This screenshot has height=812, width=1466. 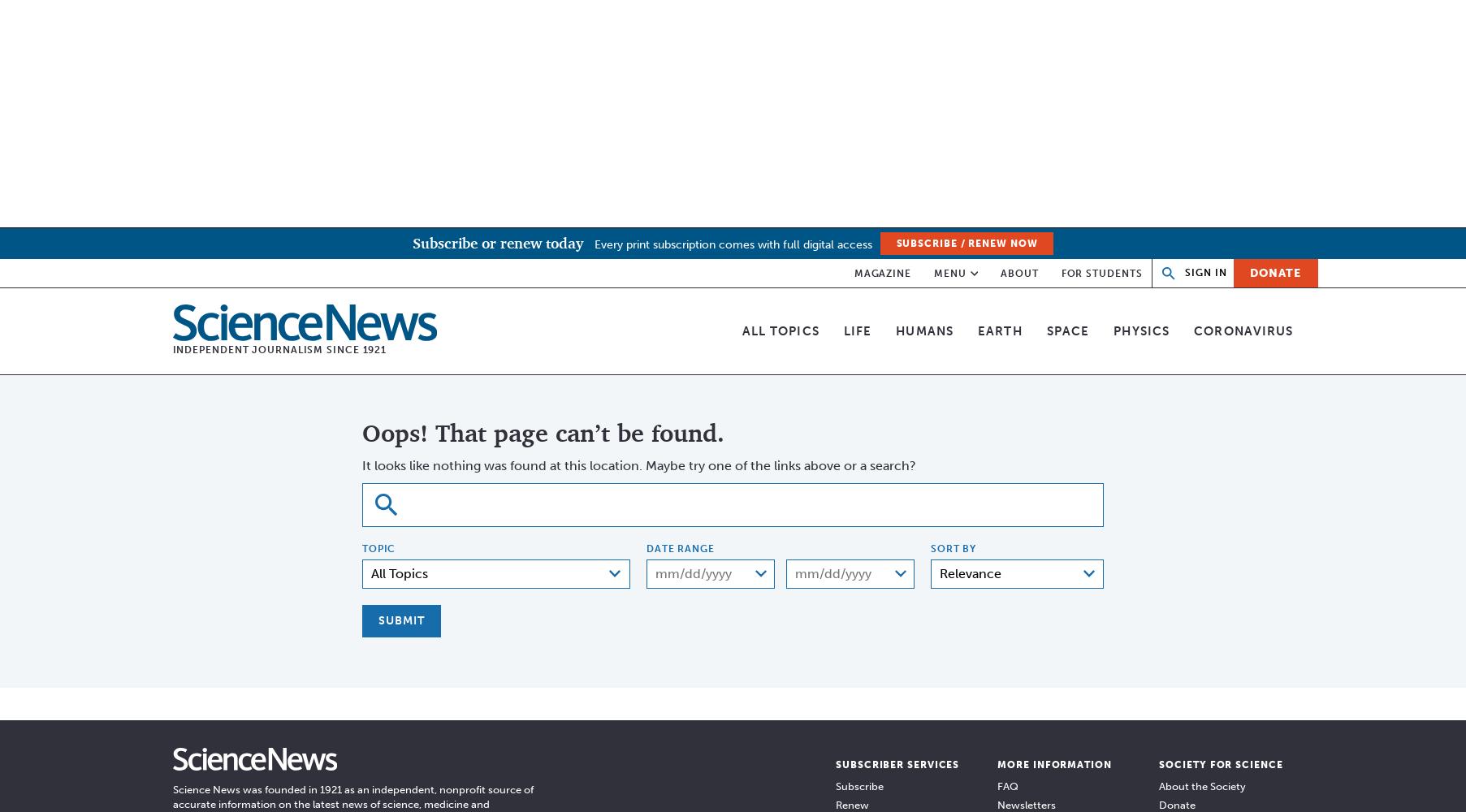 What do you see at coordinates (882, 272) in the screenshot?
I see `'Magazine'` at bounding box center [882, 272].